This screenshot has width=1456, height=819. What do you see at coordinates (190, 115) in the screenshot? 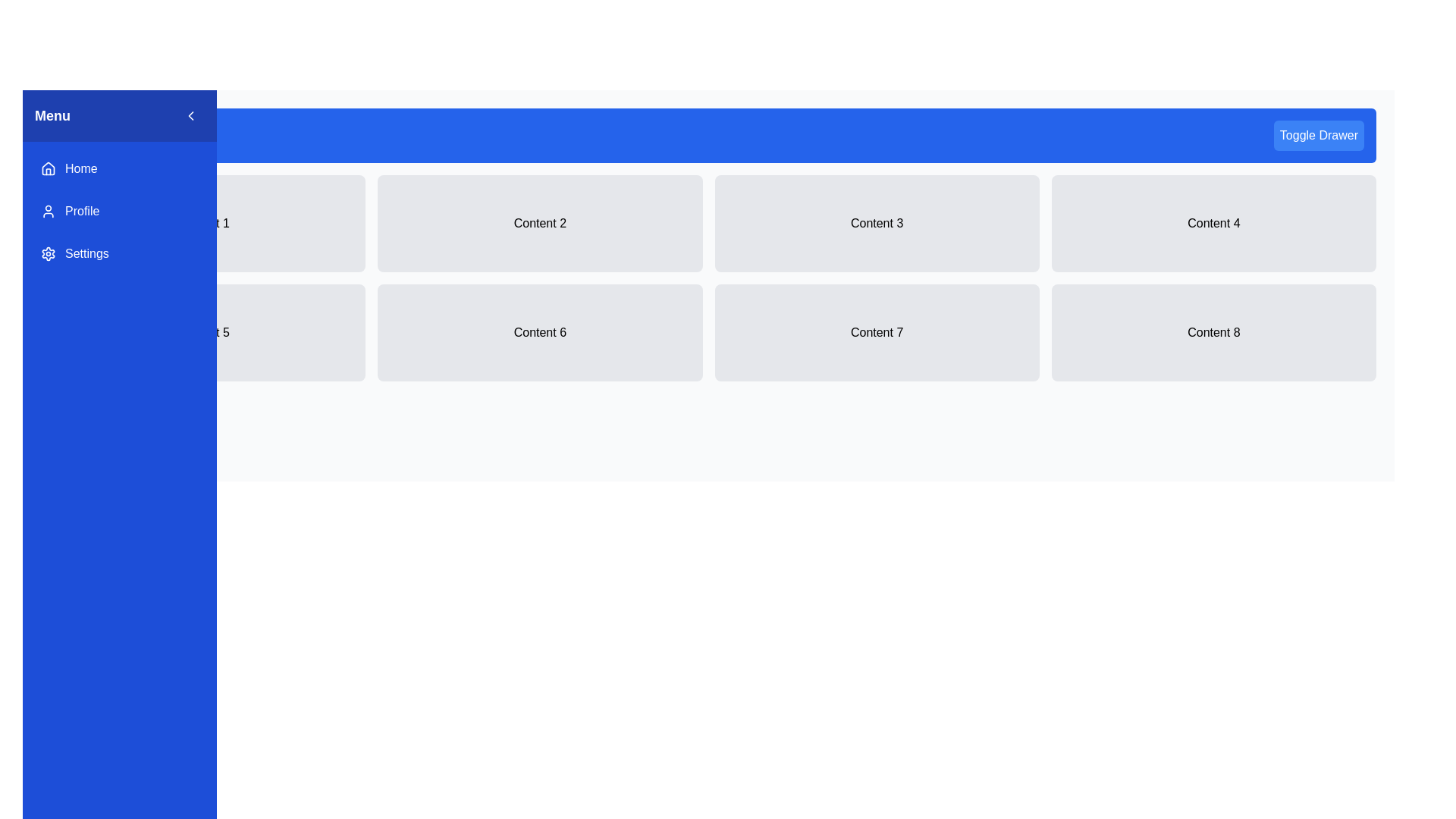
I see `the left-pointing chevron icon located in the navigation menu, near the top left corner` at bounding box center [190, 115].